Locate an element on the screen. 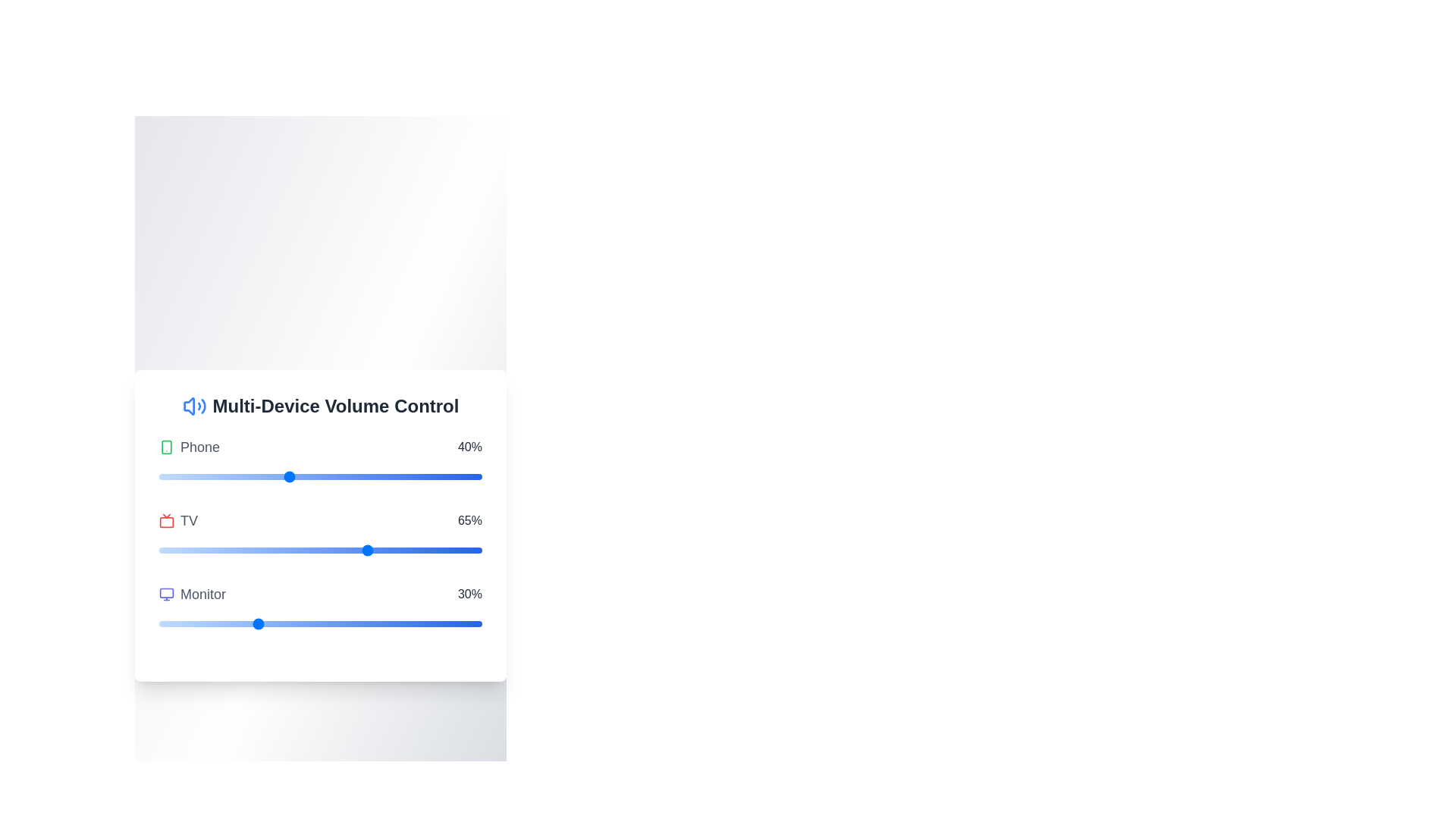 The width and height of the screenshot is (1456, 819). header text that identifies the section for managing volume levels across multiple devices, located at the top of a white, rounded-corner card is located at coordinates (319, 405).